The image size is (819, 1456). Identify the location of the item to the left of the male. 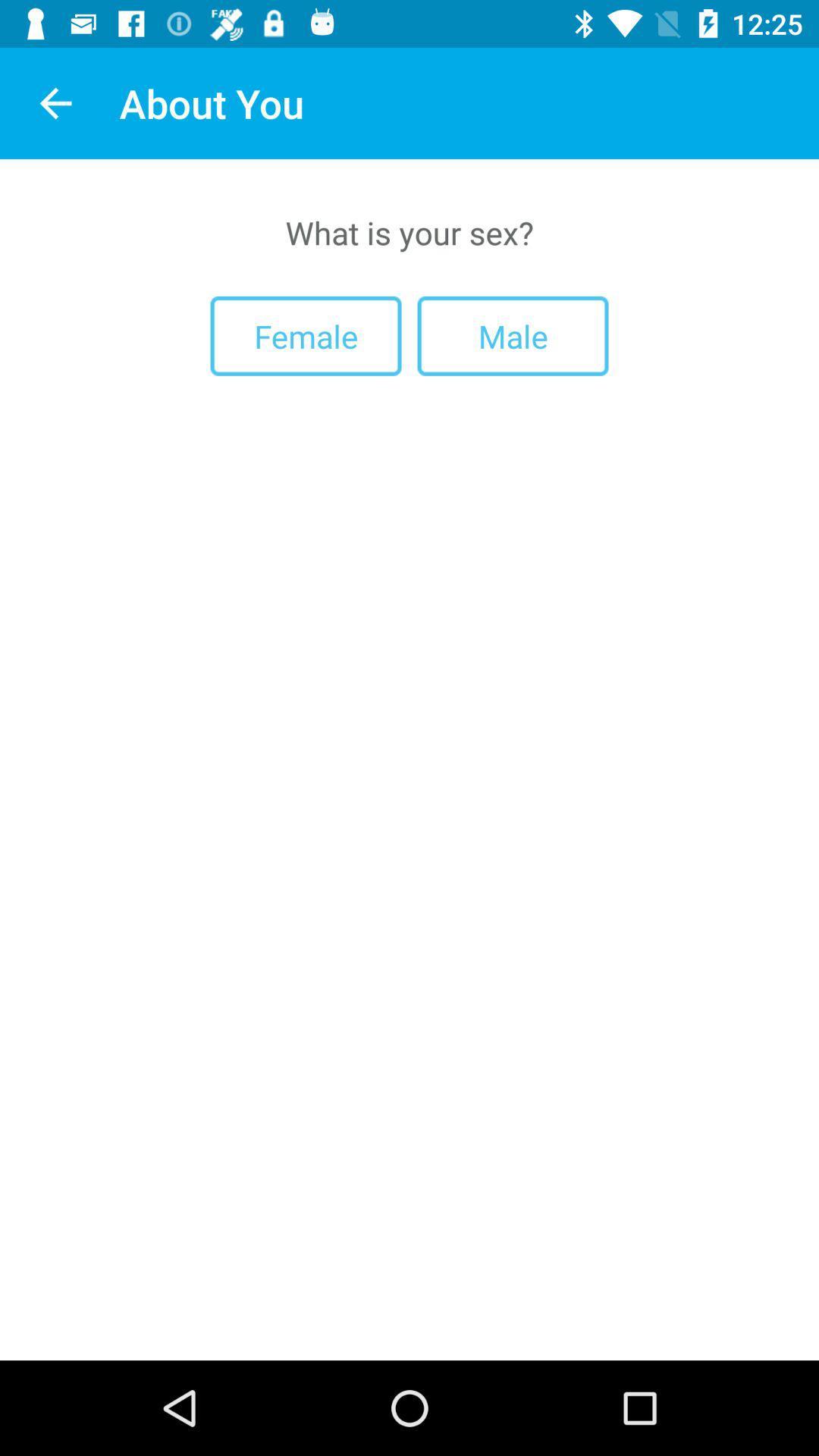
(306, 335).